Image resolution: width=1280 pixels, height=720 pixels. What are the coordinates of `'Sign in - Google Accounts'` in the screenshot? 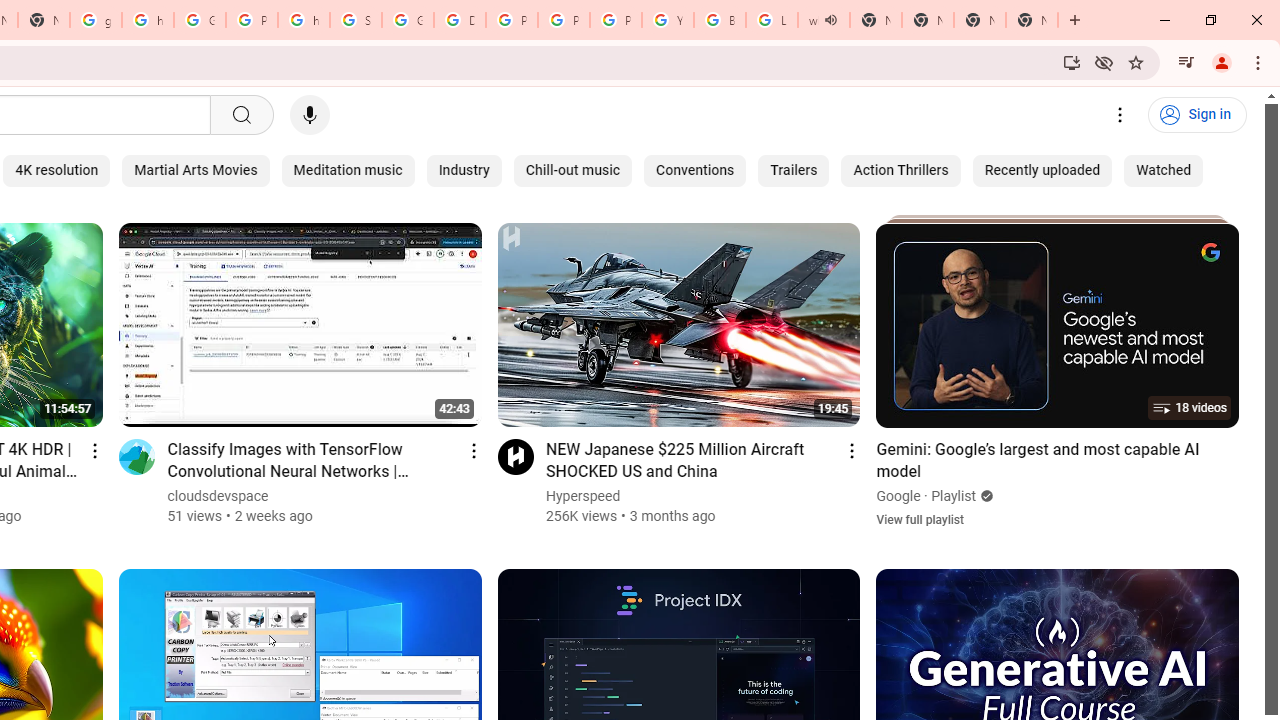 It's located at (355, 20).